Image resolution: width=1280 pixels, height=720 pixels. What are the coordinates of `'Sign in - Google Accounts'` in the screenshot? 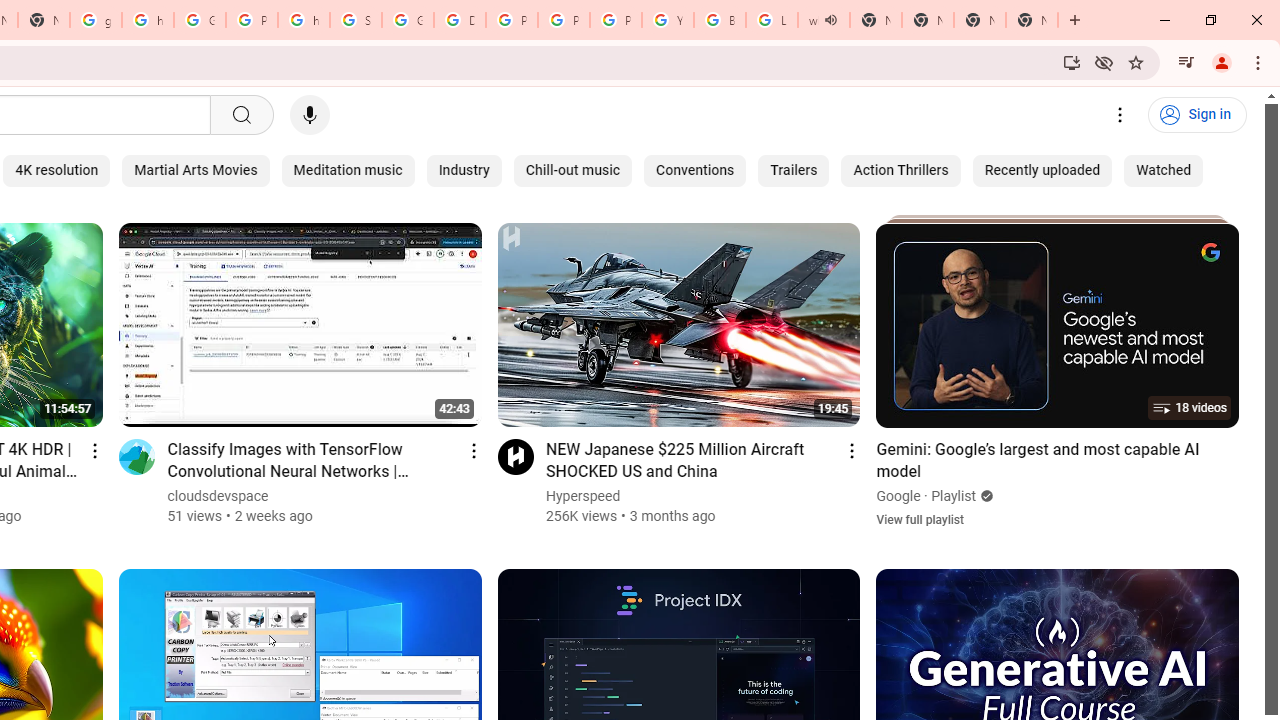 It's located at (355, 20).